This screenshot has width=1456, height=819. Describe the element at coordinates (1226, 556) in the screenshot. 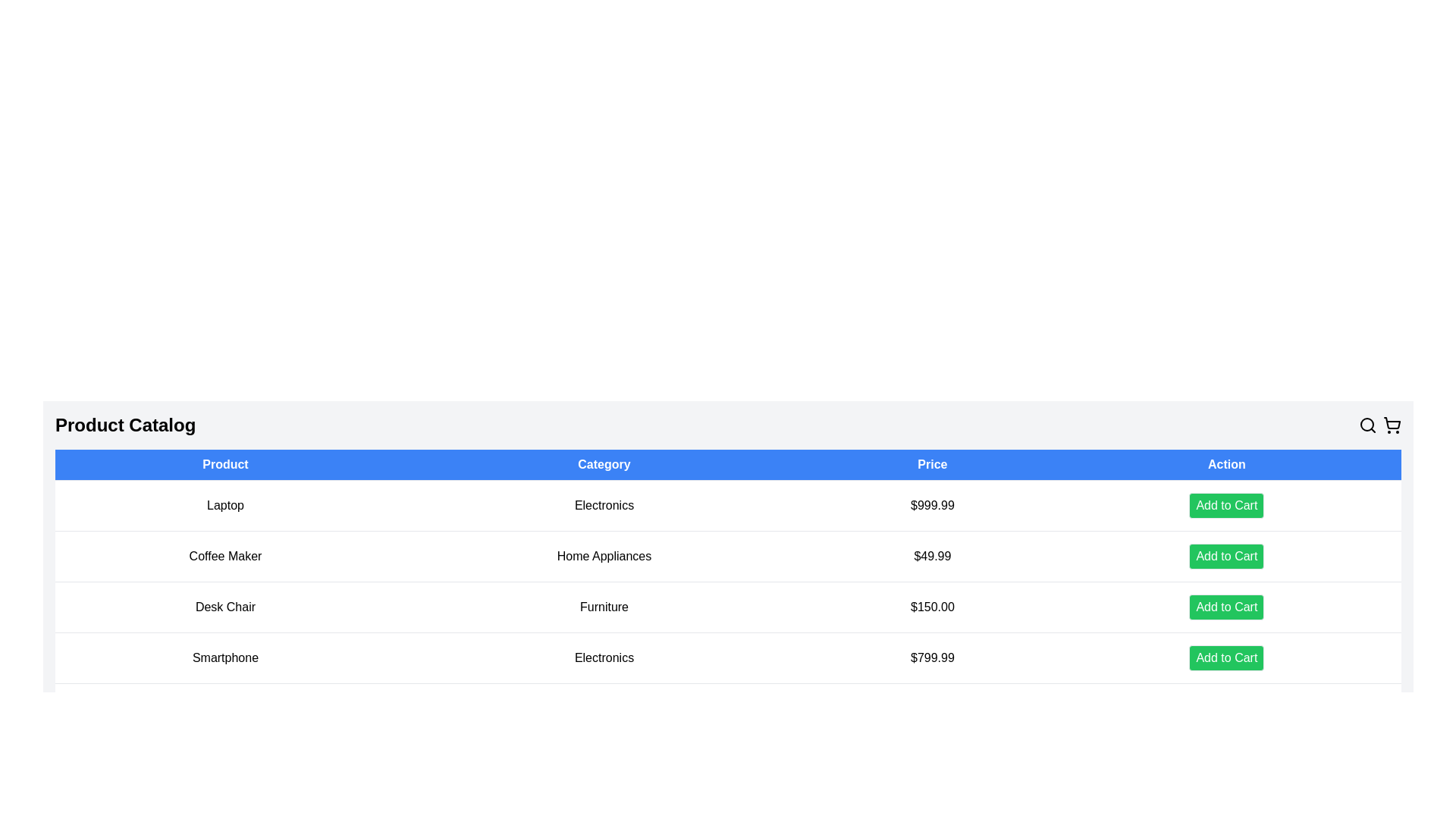

I see `the 'Add to Cart' button for the 'Coffee Maker' product located in the third row of the 'Product Catalog' table` at that location.